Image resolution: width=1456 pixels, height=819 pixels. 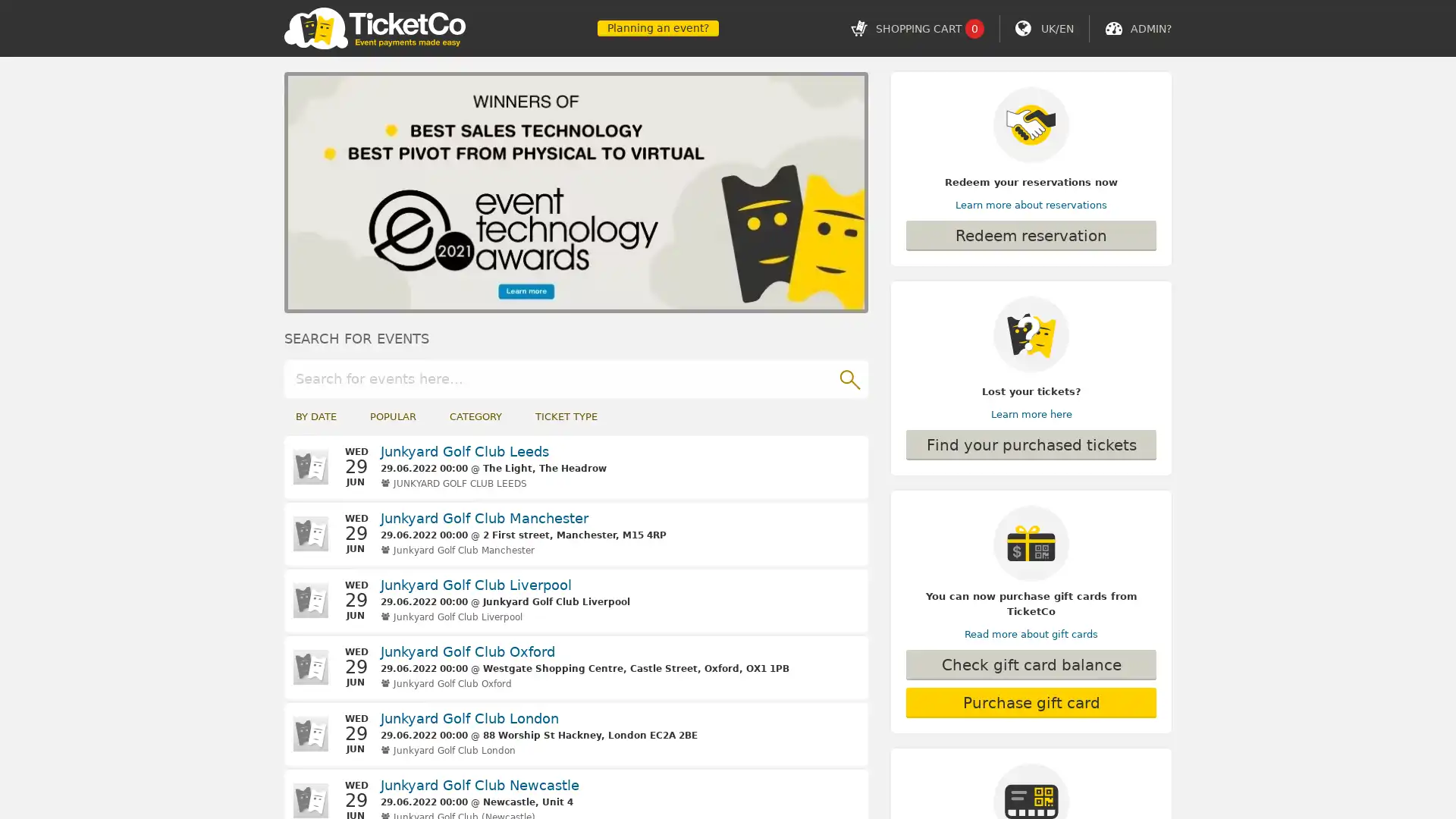 I want to click on UK/EN, so click(x=1056, y=28).